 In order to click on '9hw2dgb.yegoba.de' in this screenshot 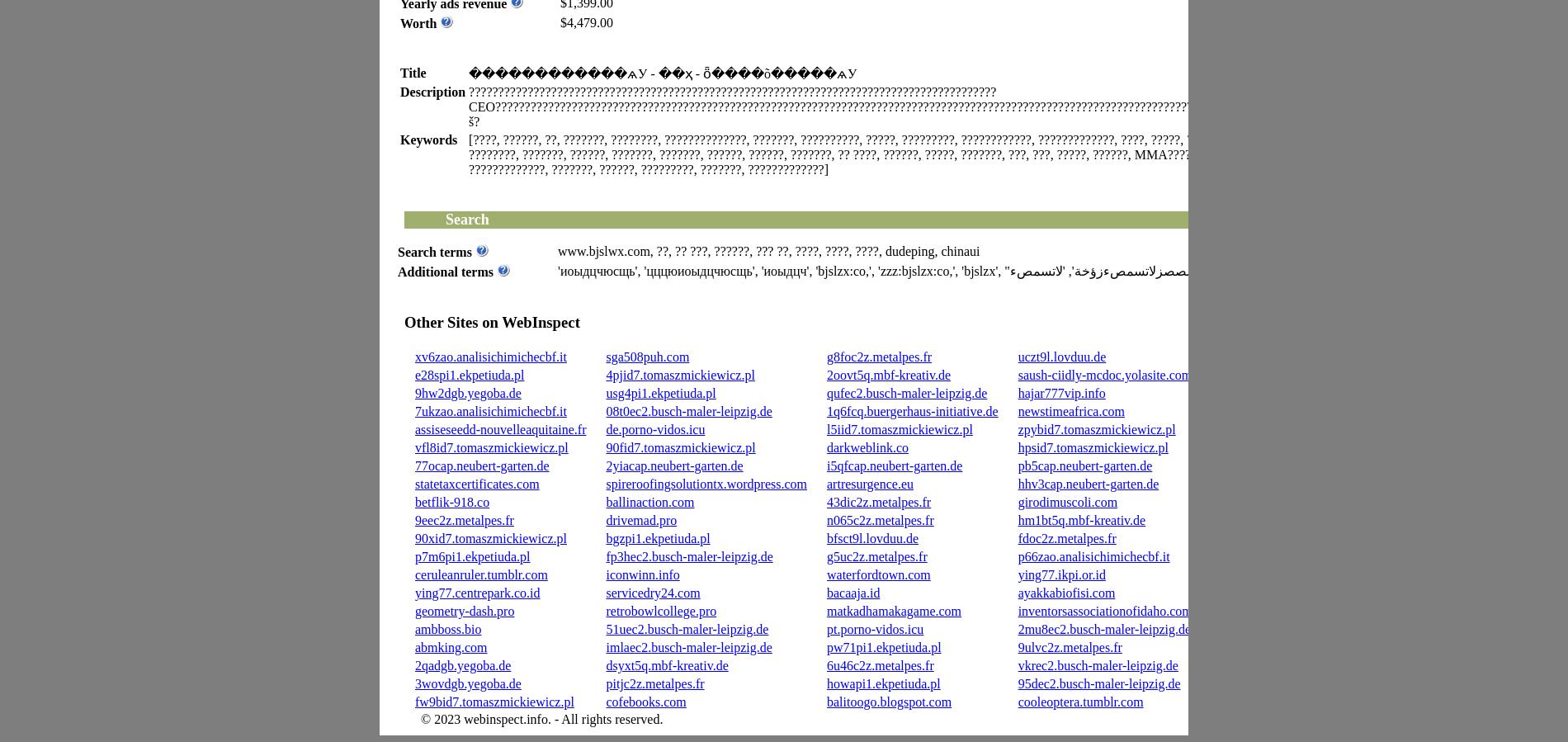, I will do `click(414, 393)`.